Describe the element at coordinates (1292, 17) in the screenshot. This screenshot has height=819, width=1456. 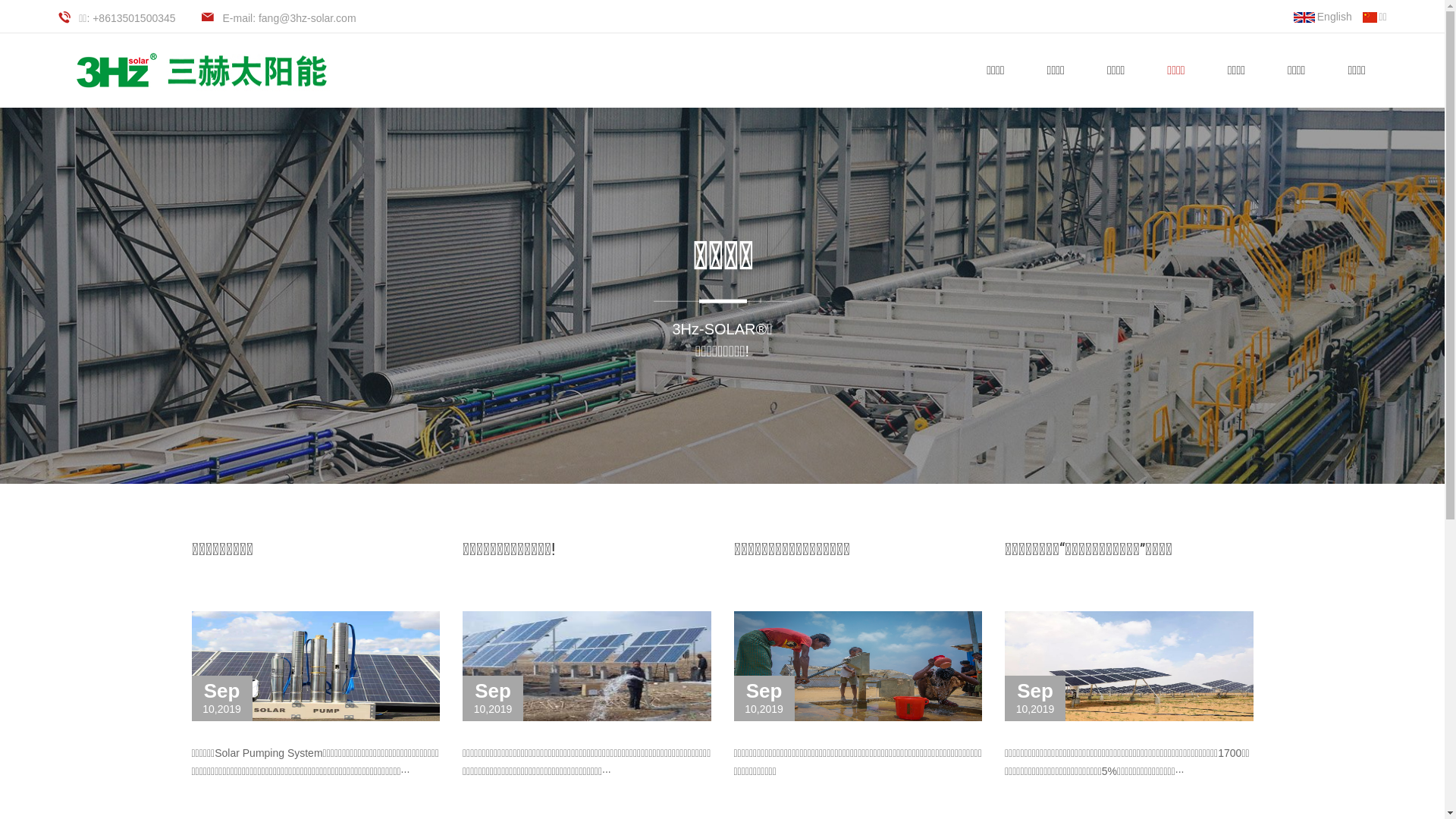
I see `'English'` at that location.